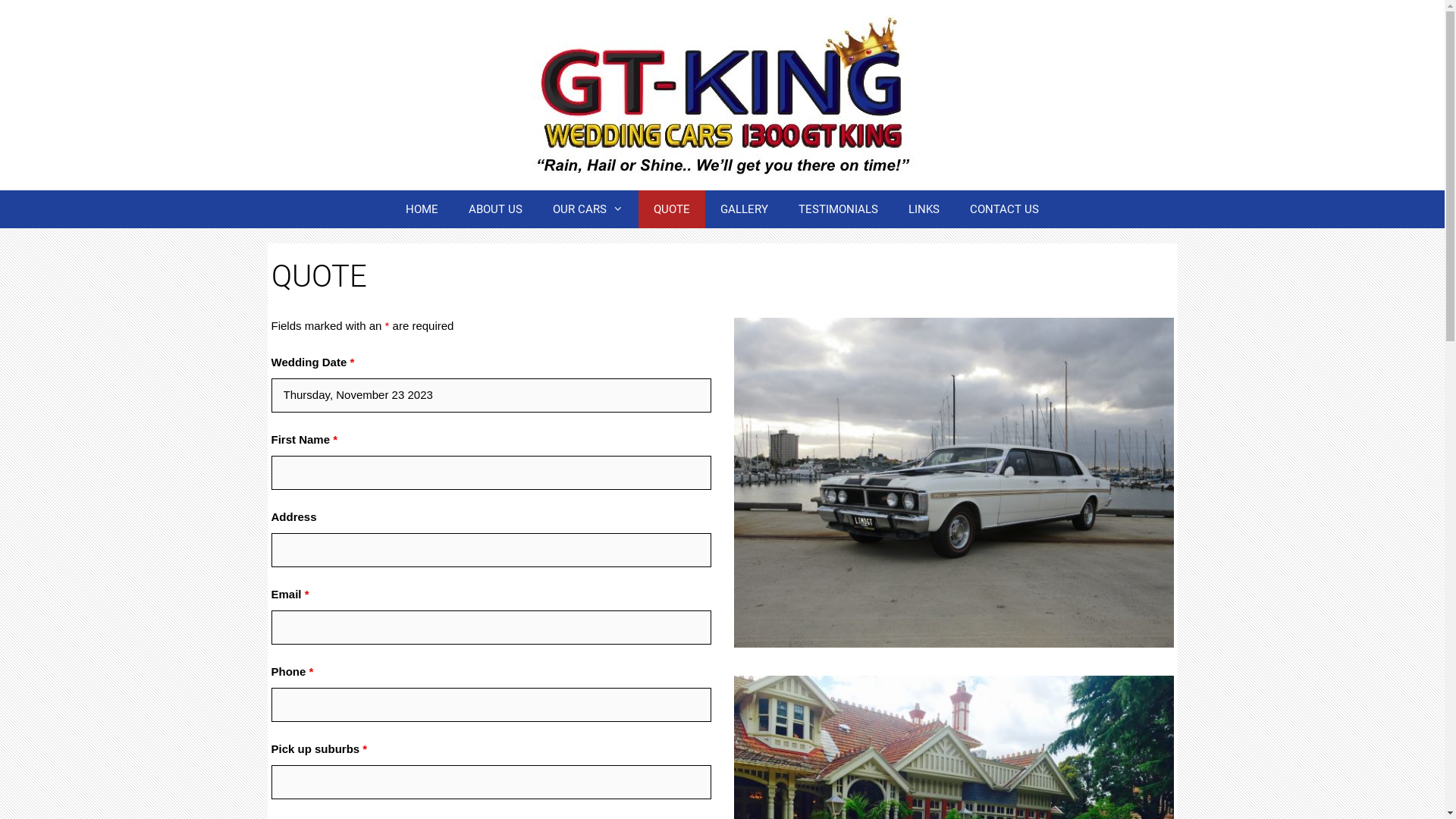 The height and width of the screenshot is (819, 1456). Describe the element at coordinates (721, 95) in the screenshot. I see `'GT KING Wedding Cars and Limo Hire'` at that location.